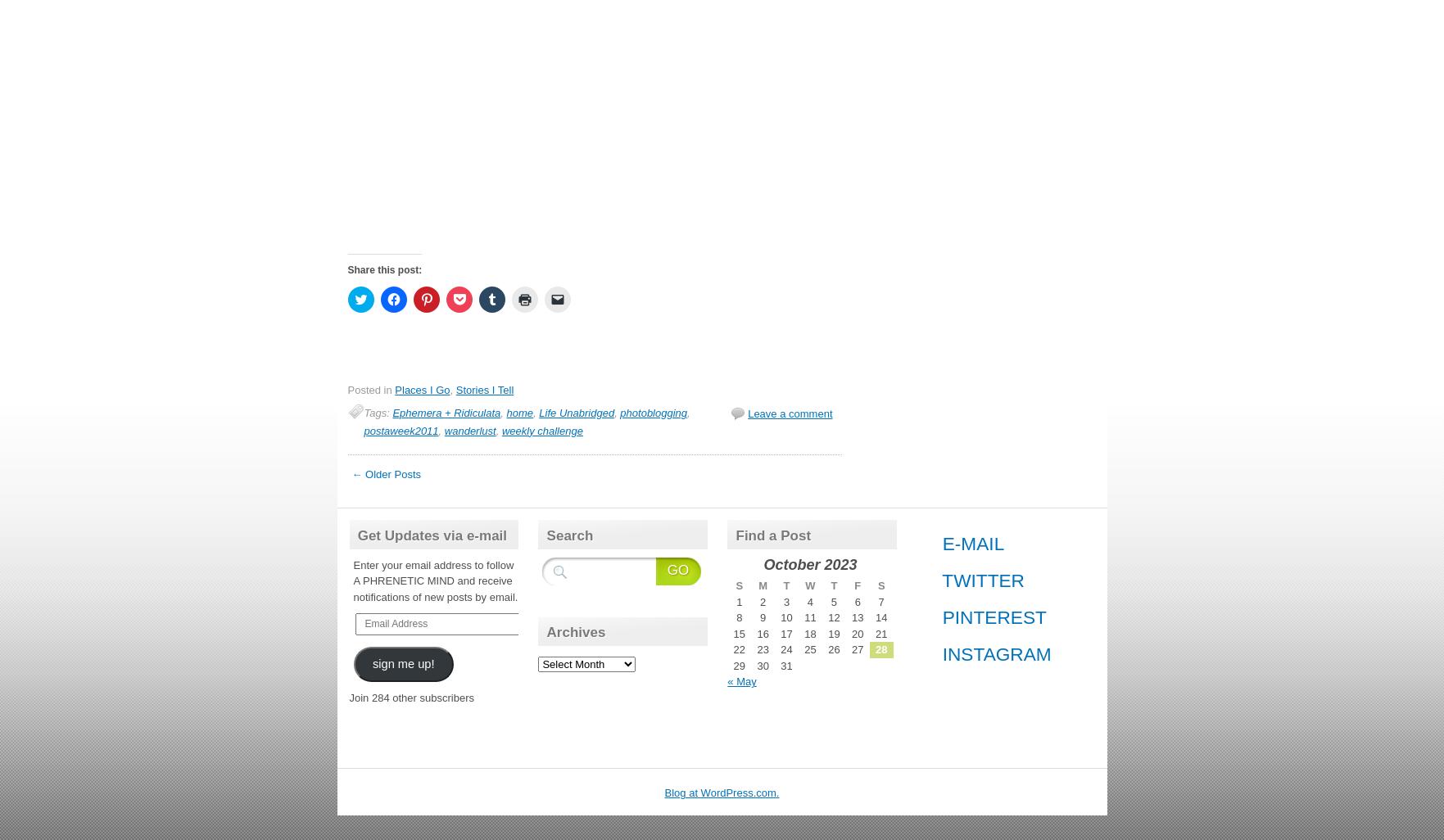 This screenshot has height=840, width=1444. I want to click on 'Blog at WordPress.com.', so click(721, 793).